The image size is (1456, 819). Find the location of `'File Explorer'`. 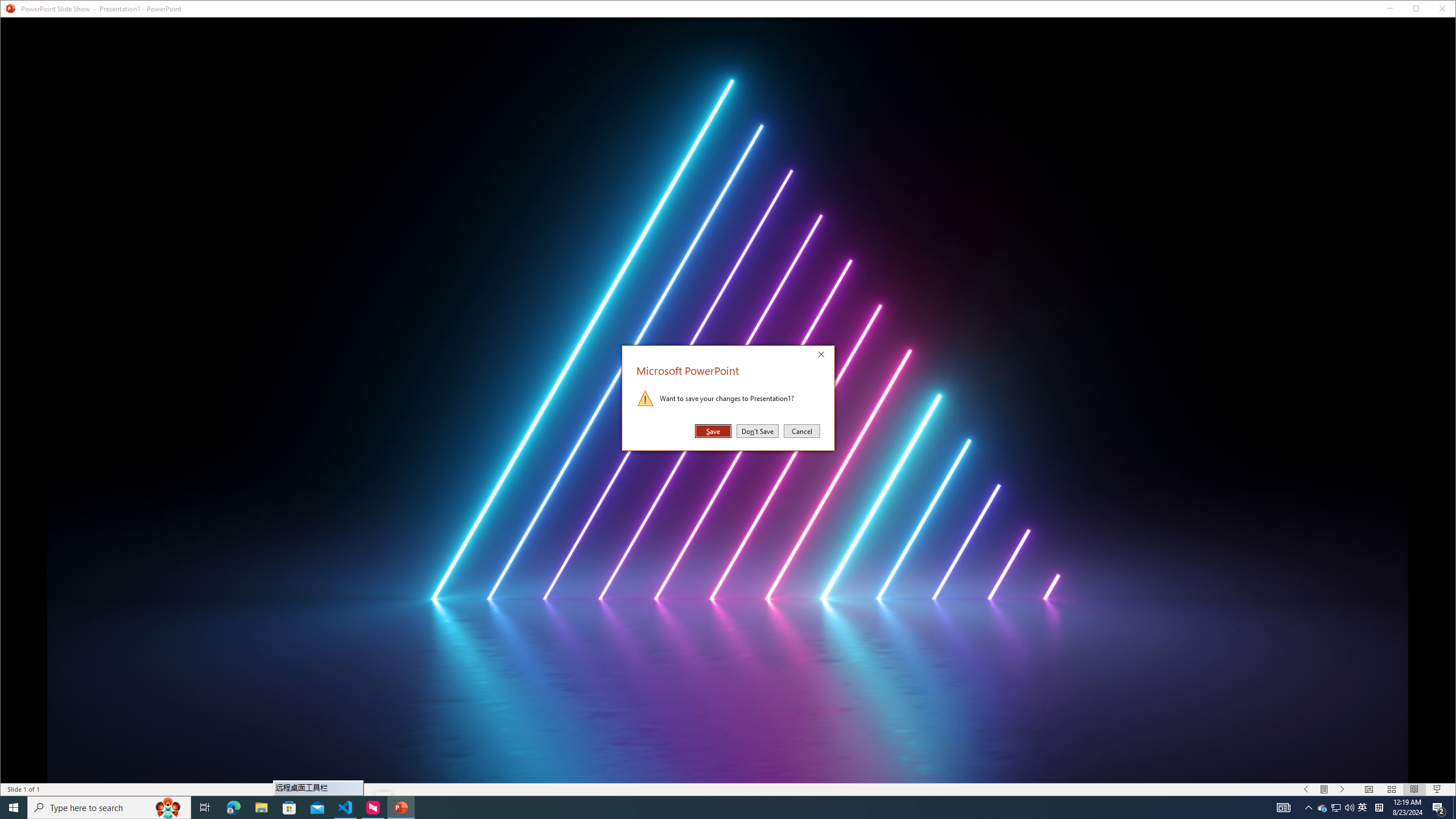

'File Explorer' is located at coordinates (260, 806).